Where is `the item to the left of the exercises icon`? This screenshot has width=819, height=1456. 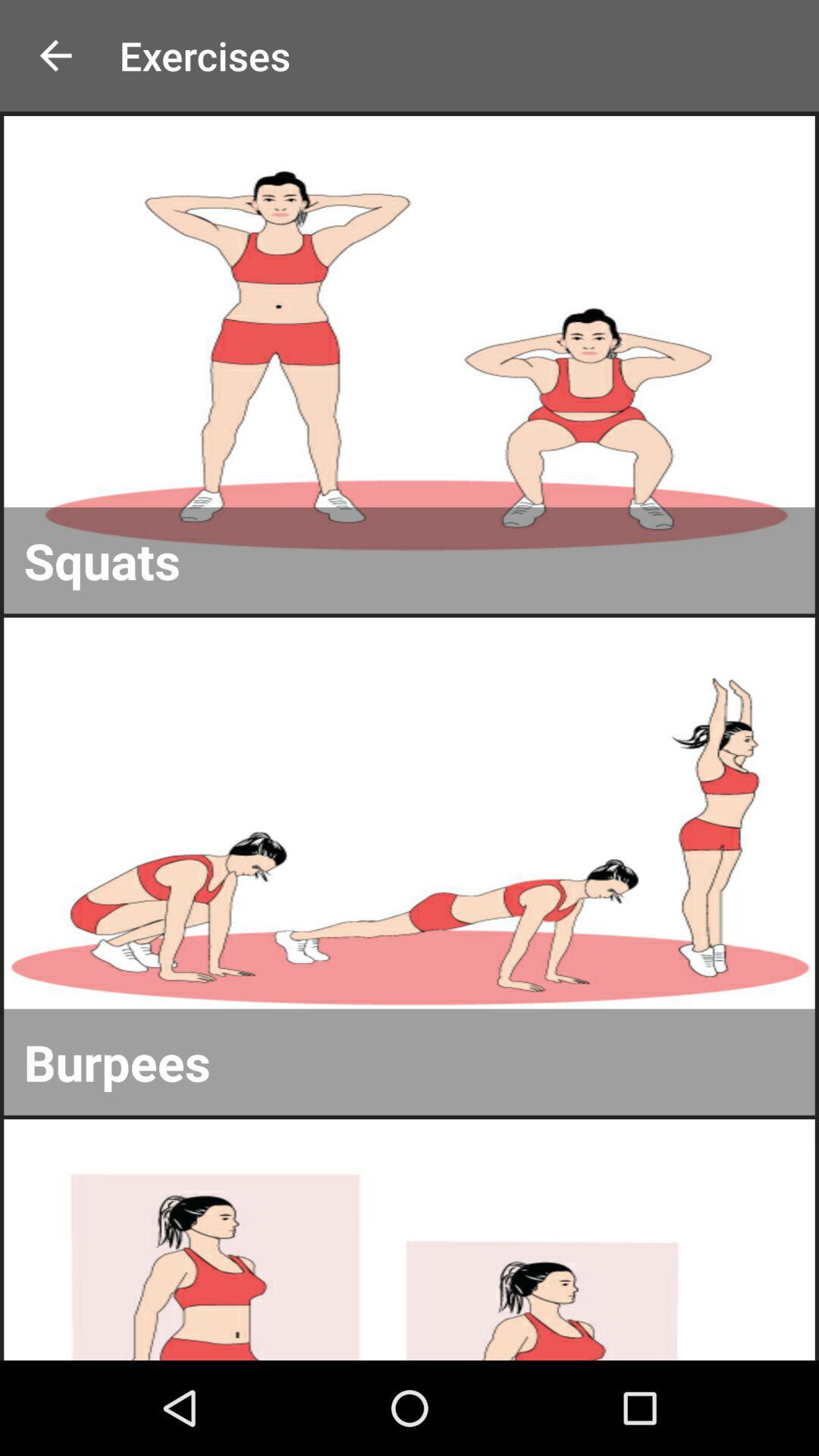
the item to the left of the exercises icon is located at coordinates (55, 55).